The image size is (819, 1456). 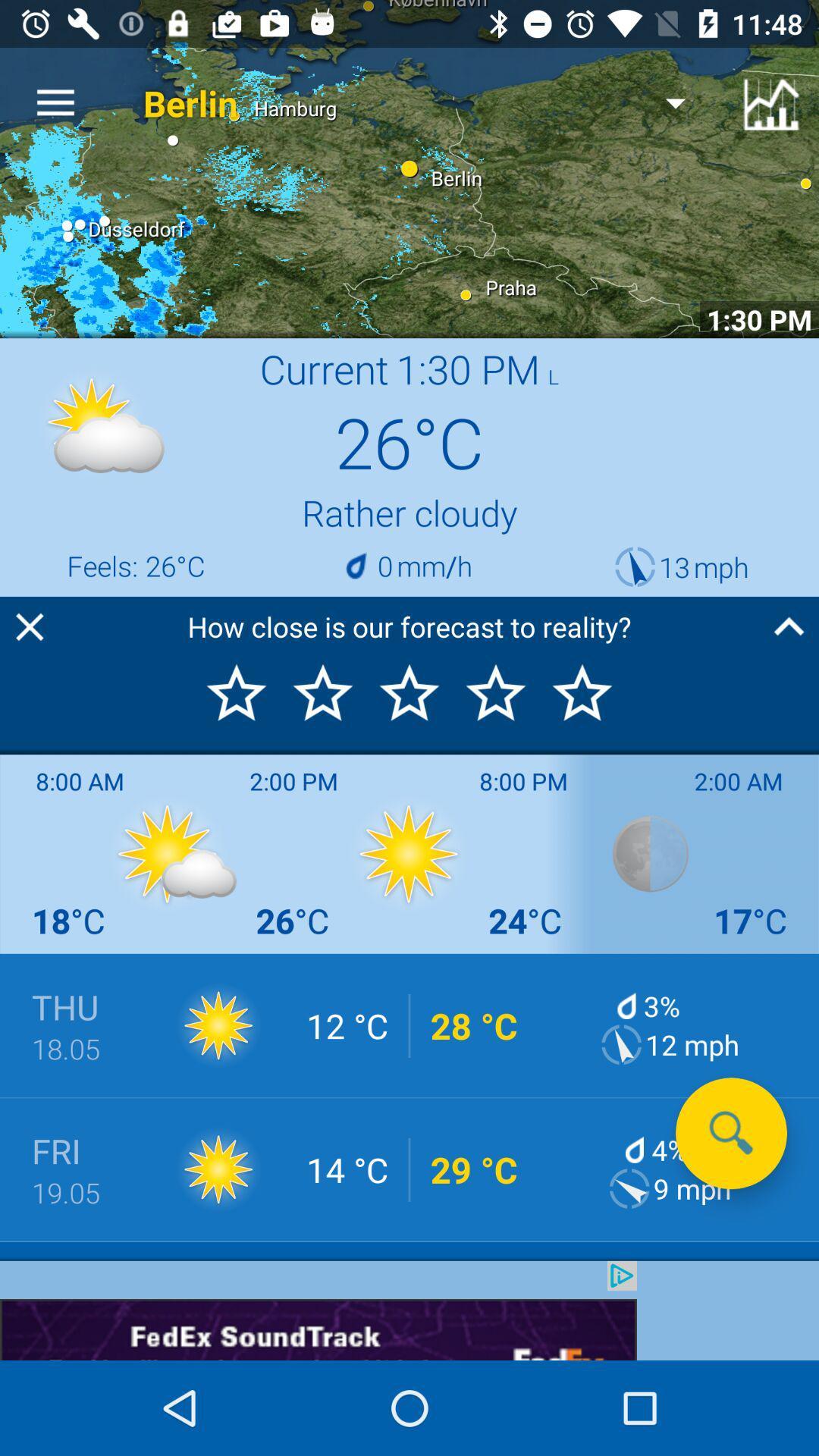 What do you see at coordinates (730, 1133) in the screenshot?
I see `the search icon` at bounding box center [730, 1133].